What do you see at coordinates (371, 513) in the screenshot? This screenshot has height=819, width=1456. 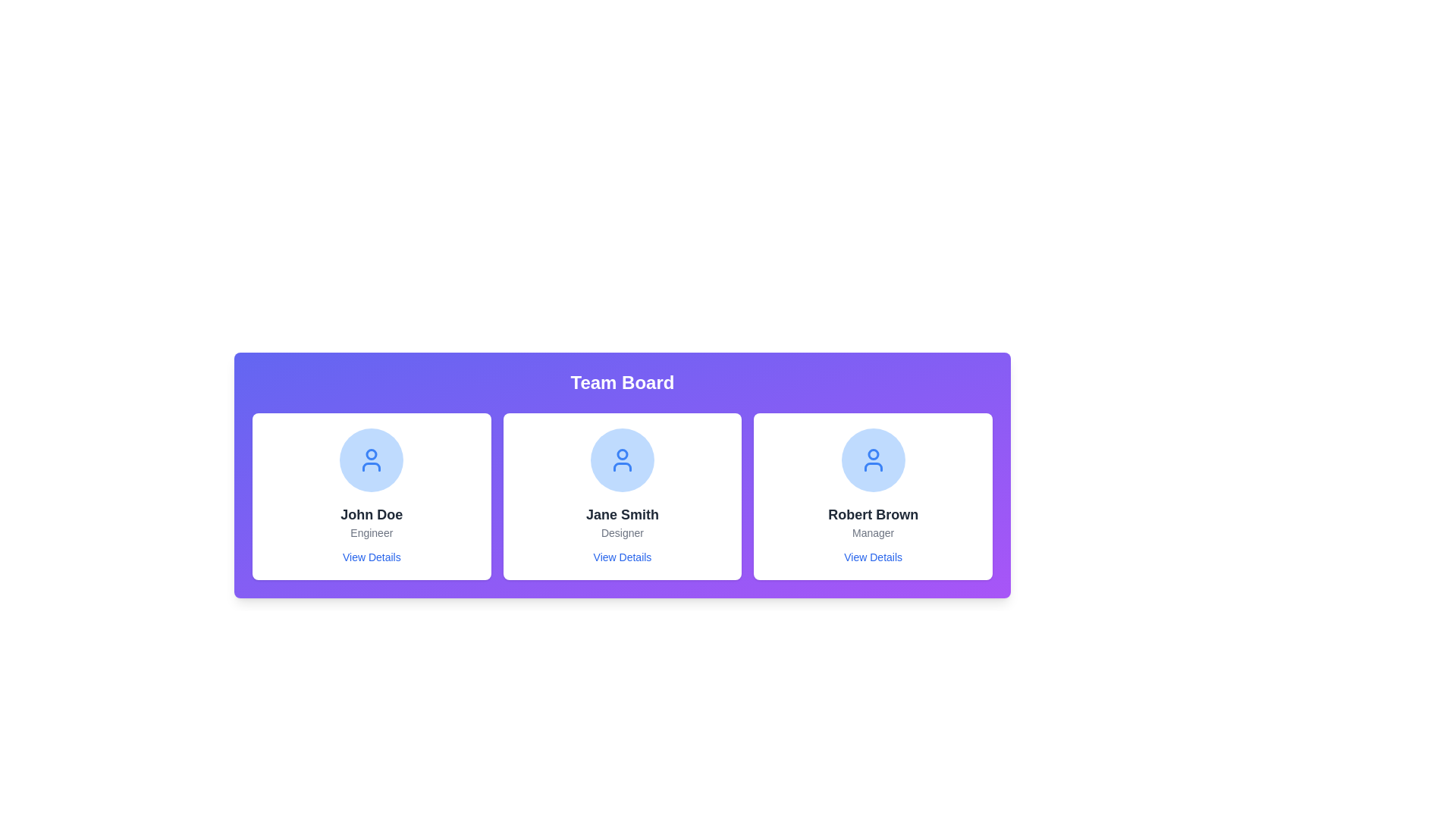 I see `the text label displaying the individual's name, which is located directly below the avatar icon in the first card of the horizontally aligned set of cards` at bounding box center [371, 513].